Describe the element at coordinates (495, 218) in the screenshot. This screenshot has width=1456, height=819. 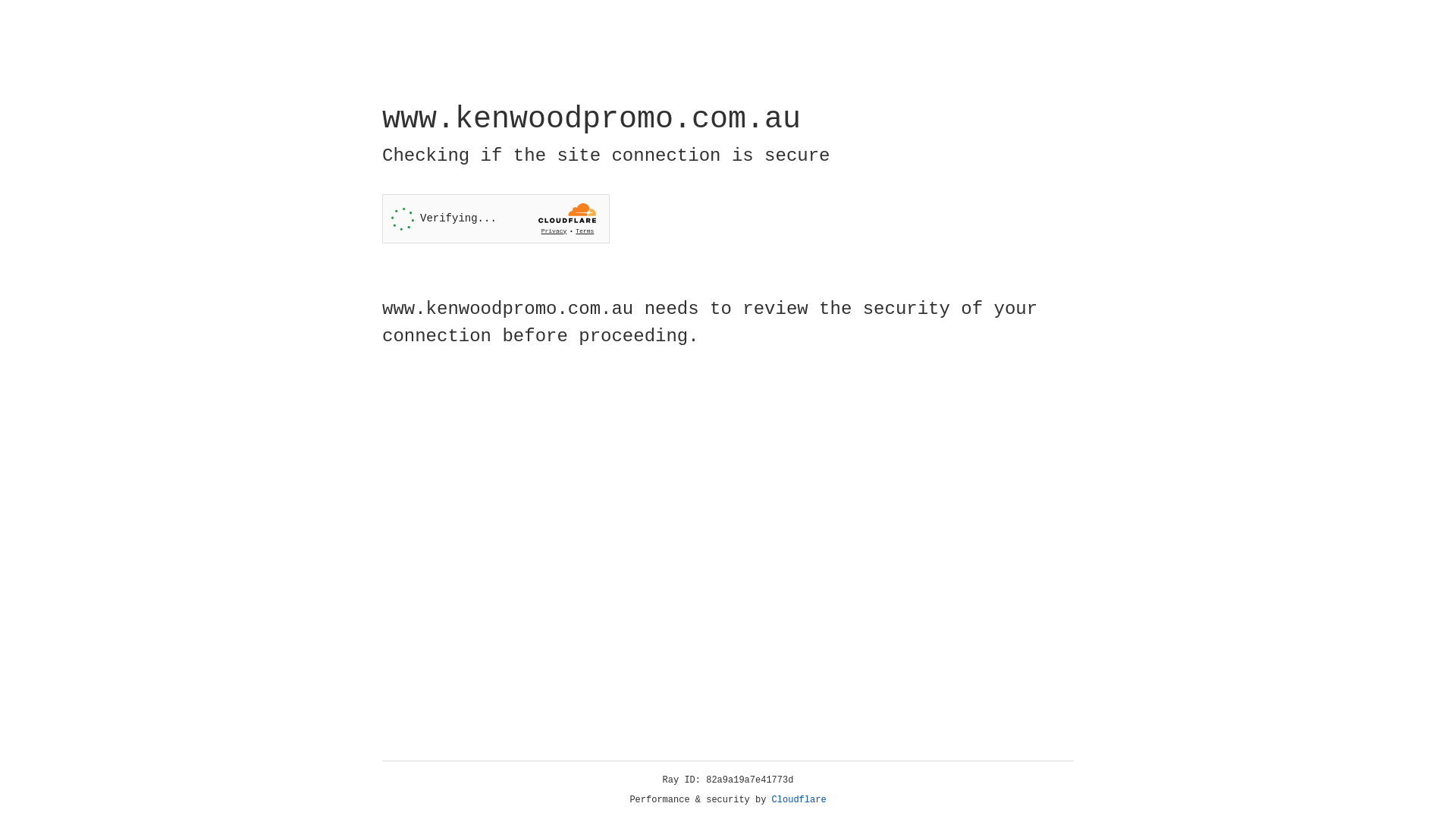
I see `'Widget containing a Cloudflare security challenge'` at that location.